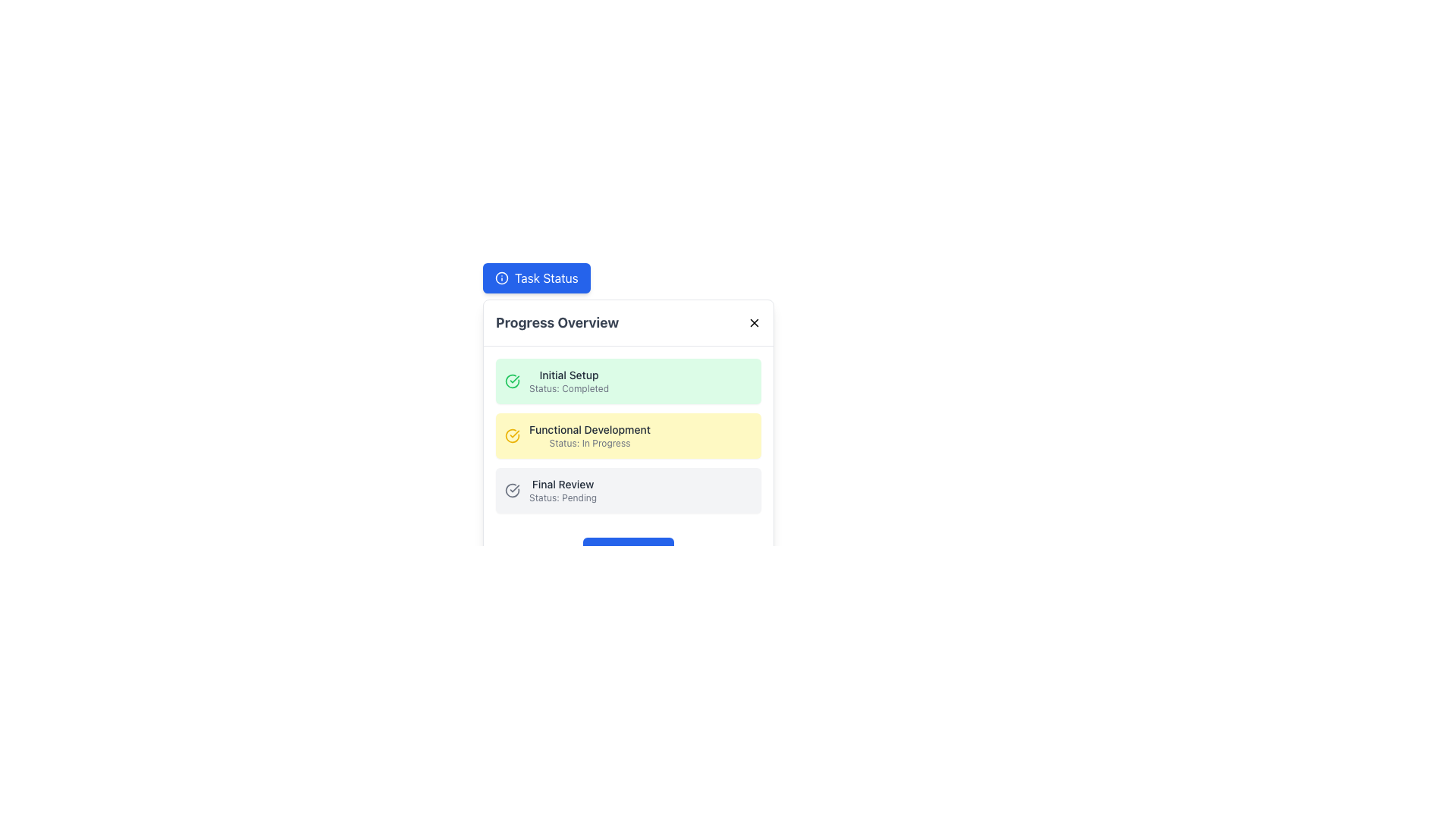 Image resolution: width=1456 pixels, height=819 pixels. What do you see at coordinates (568, 375) in the screenshot?
I see `the 'Initial Setup' text element styled in a small font within a light green rectangular section, indicating completed status` at bounding box center [568, 375].